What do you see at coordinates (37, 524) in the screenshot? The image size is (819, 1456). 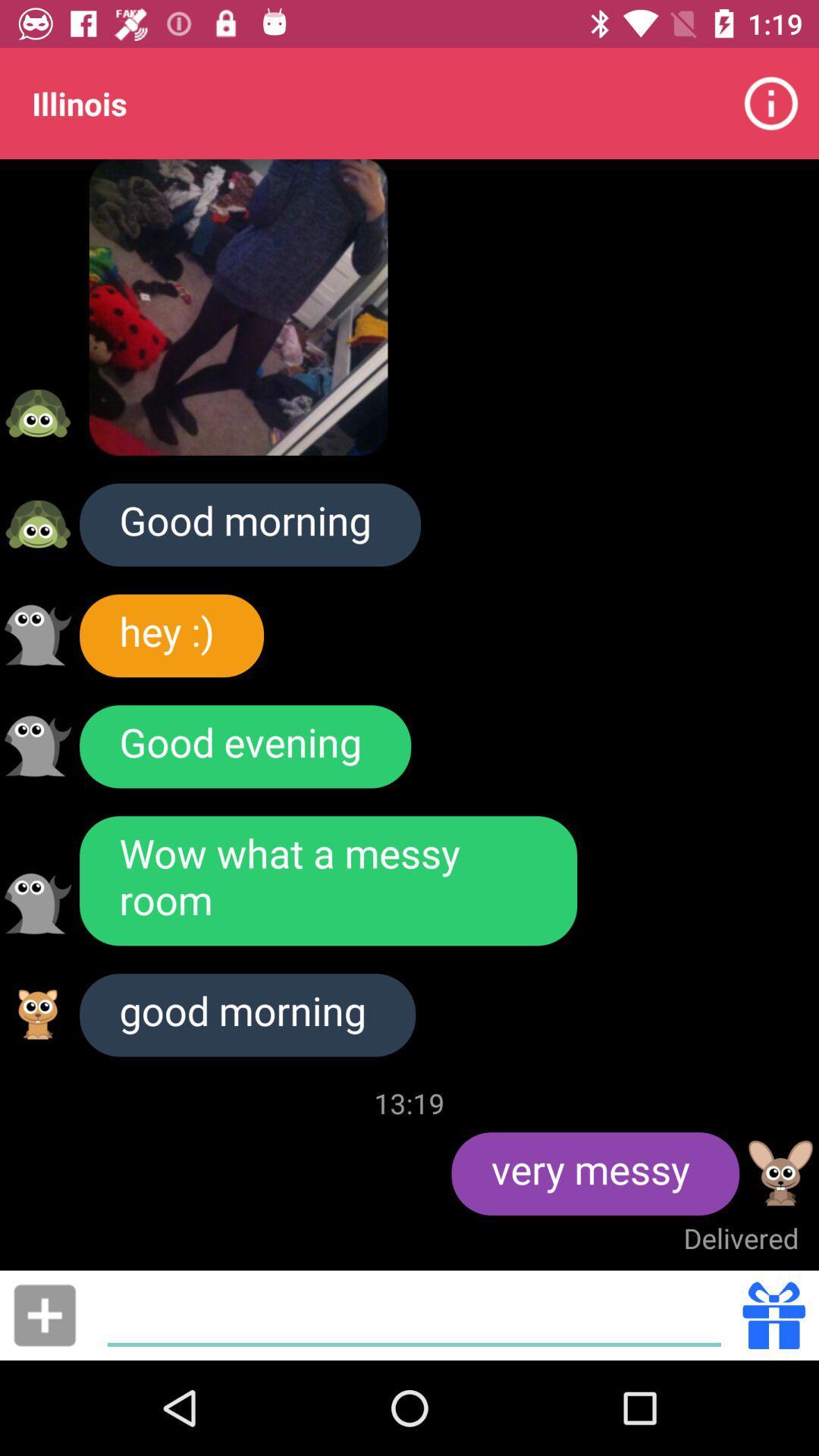 I see `open user 's profile` at bounding box center [37, 524].